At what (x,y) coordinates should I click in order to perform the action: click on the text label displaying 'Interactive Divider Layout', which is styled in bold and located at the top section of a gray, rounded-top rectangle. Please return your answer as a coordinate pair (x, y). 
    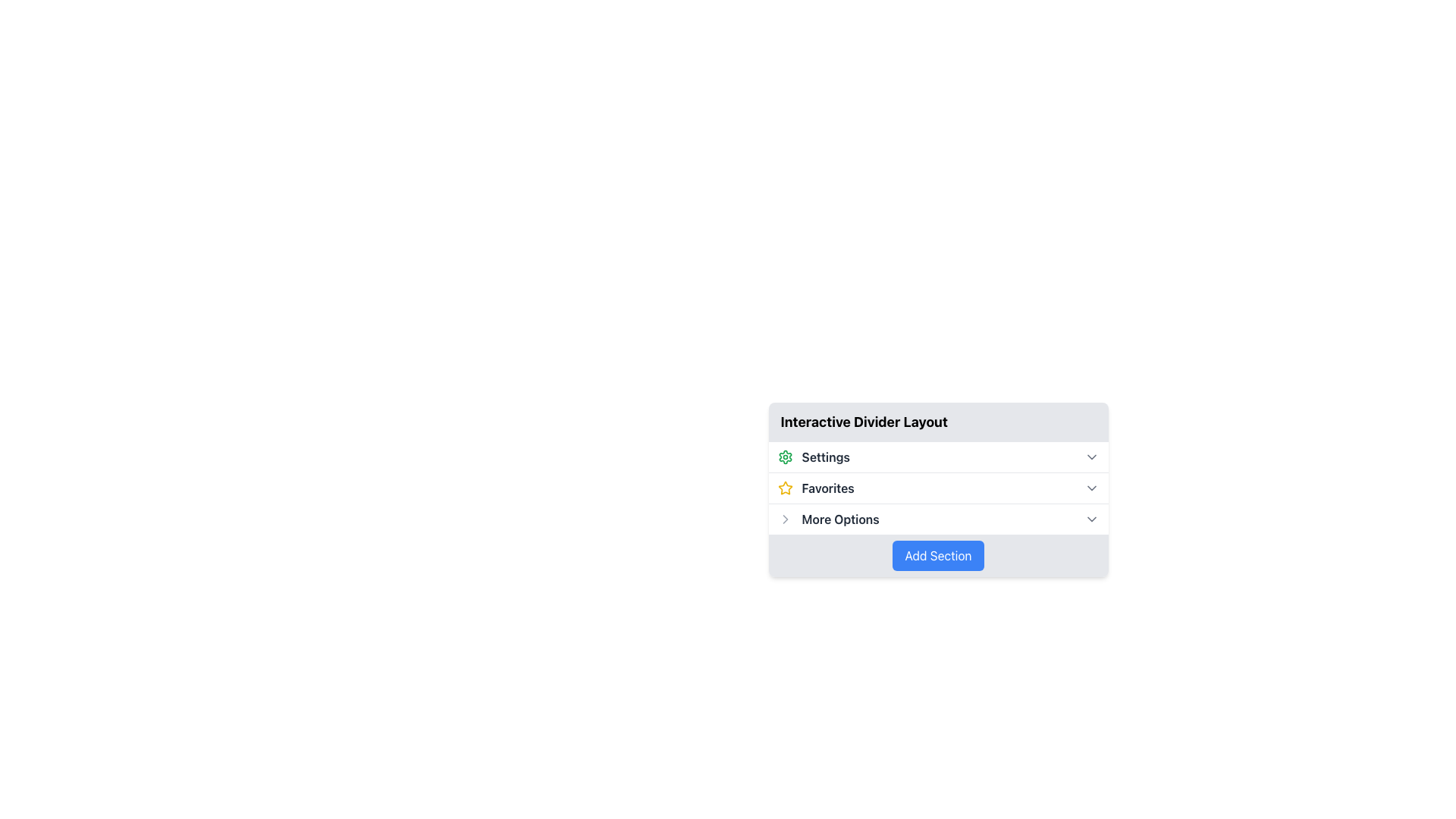
    Looking at the image, I should click on (864, 422).